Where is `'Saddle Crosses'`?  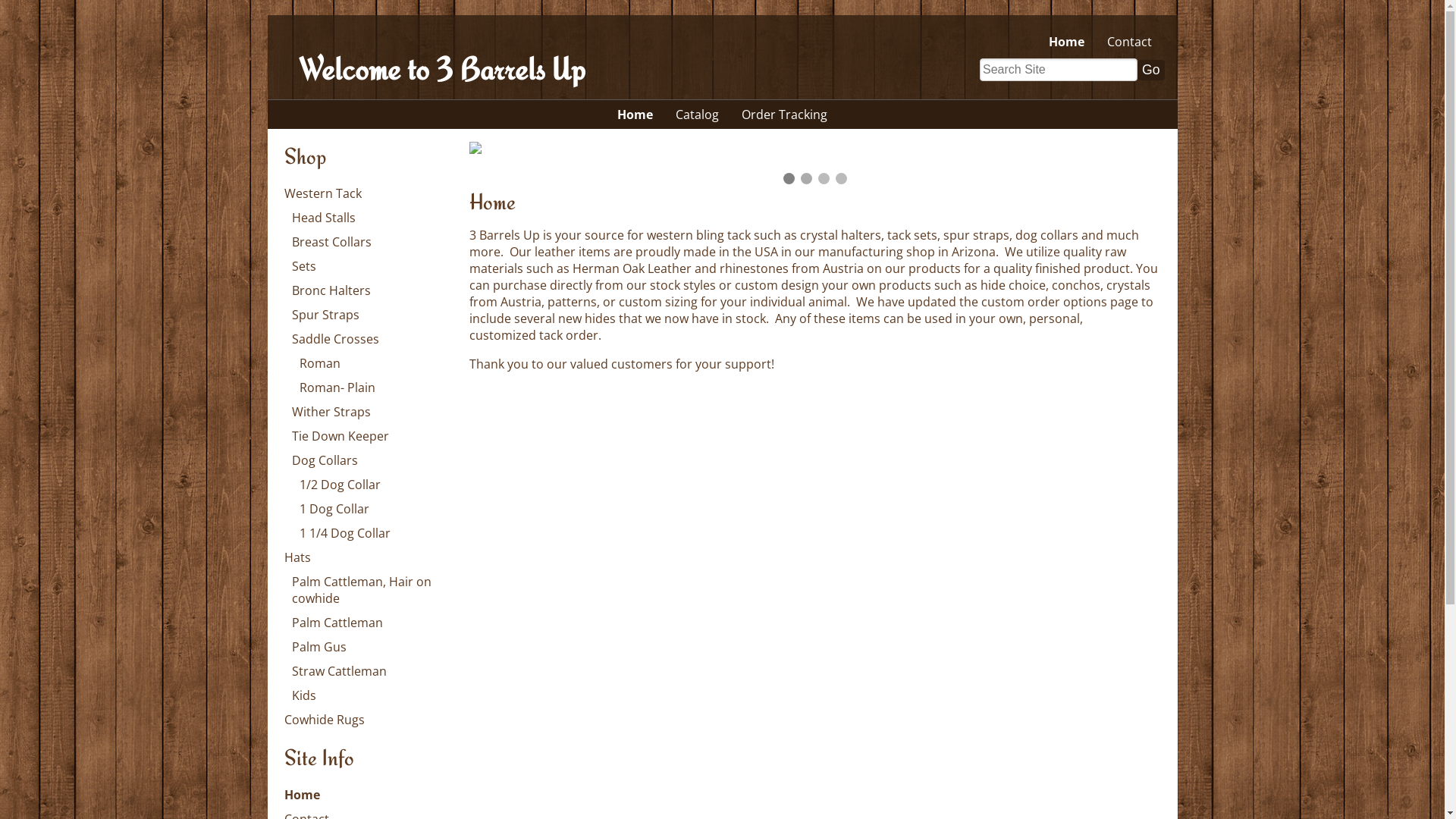
'Saddle Crosses' is located at coordinates (291, 338).